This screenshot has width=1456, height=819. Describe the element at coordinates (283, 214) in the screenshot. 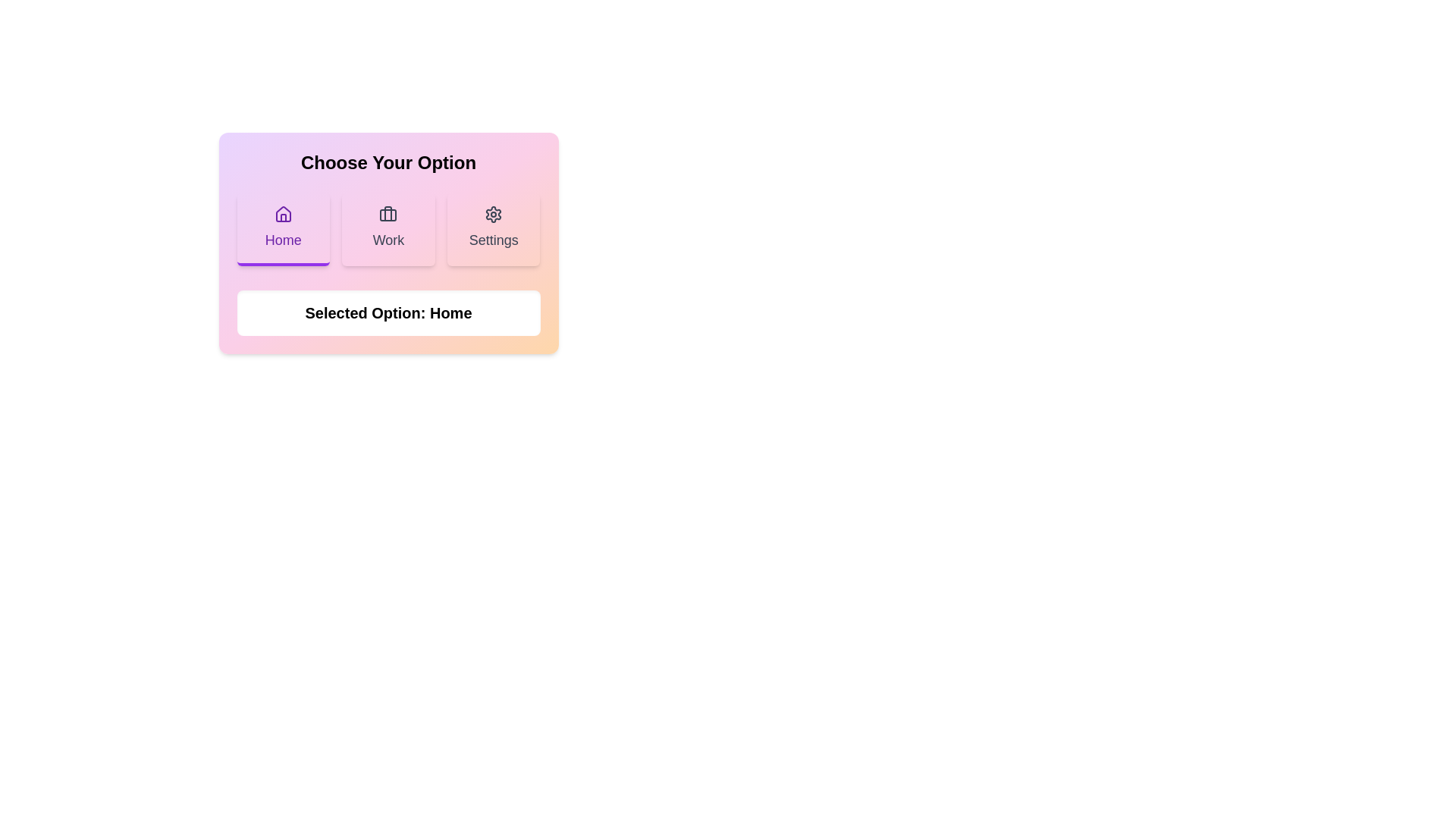

I see `the 'Home' button icon located at the top left of the row of three buttons under the heading 'Choose Your Option'` at that location.